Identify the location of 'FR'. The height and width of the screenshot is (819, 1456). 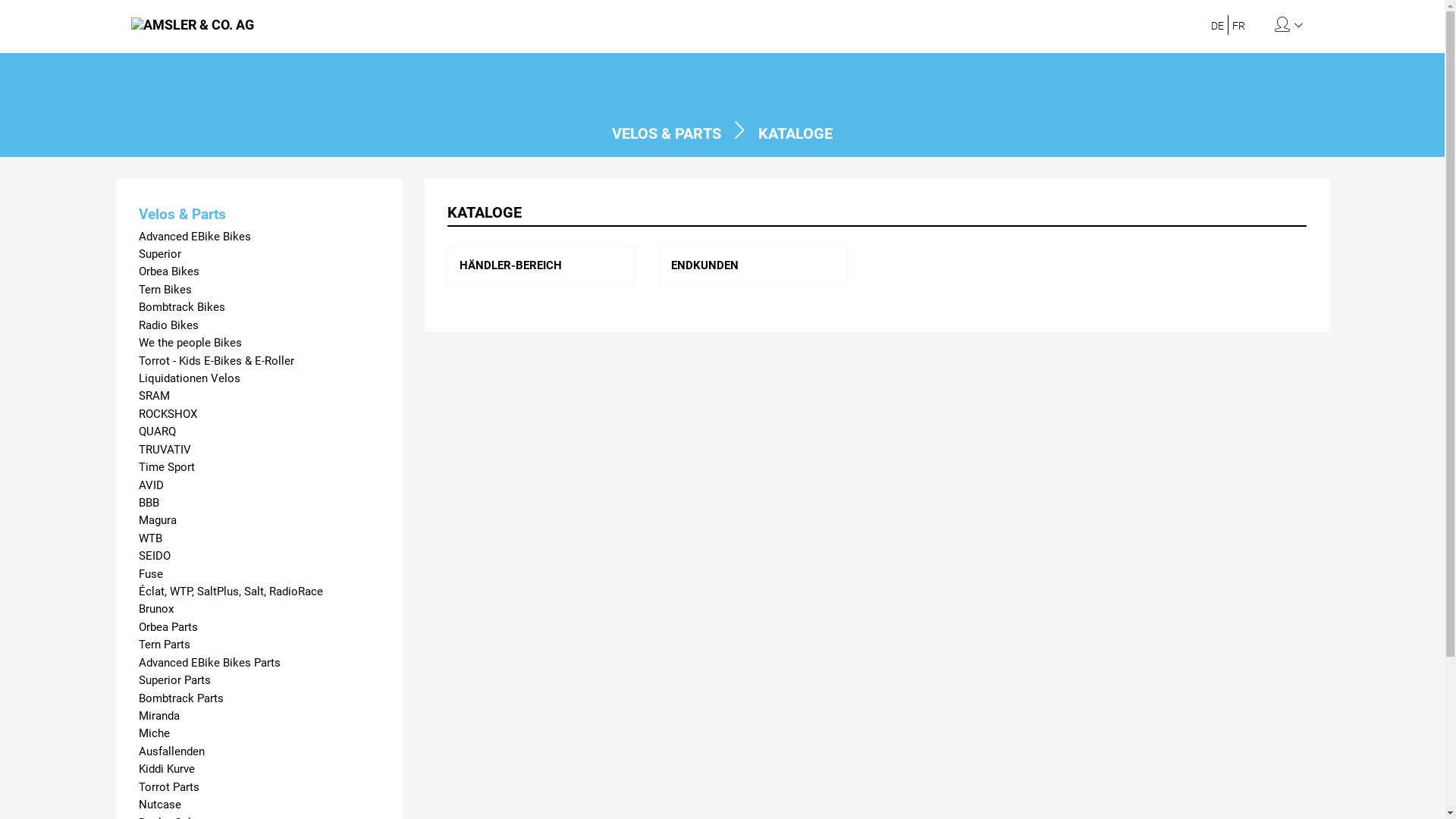
(1238, 26).